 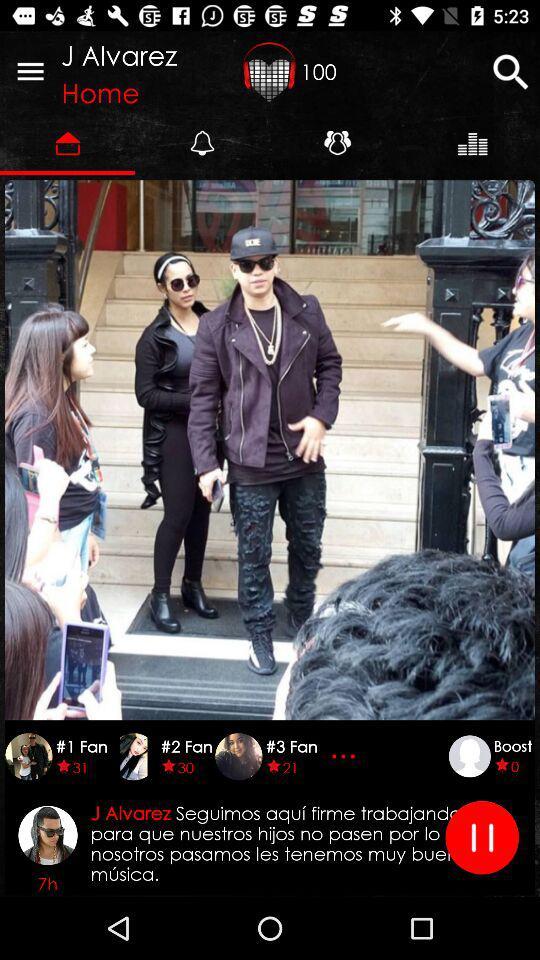 I want to click on item to the left of j alvarez icon, so click(x=29, y=71).